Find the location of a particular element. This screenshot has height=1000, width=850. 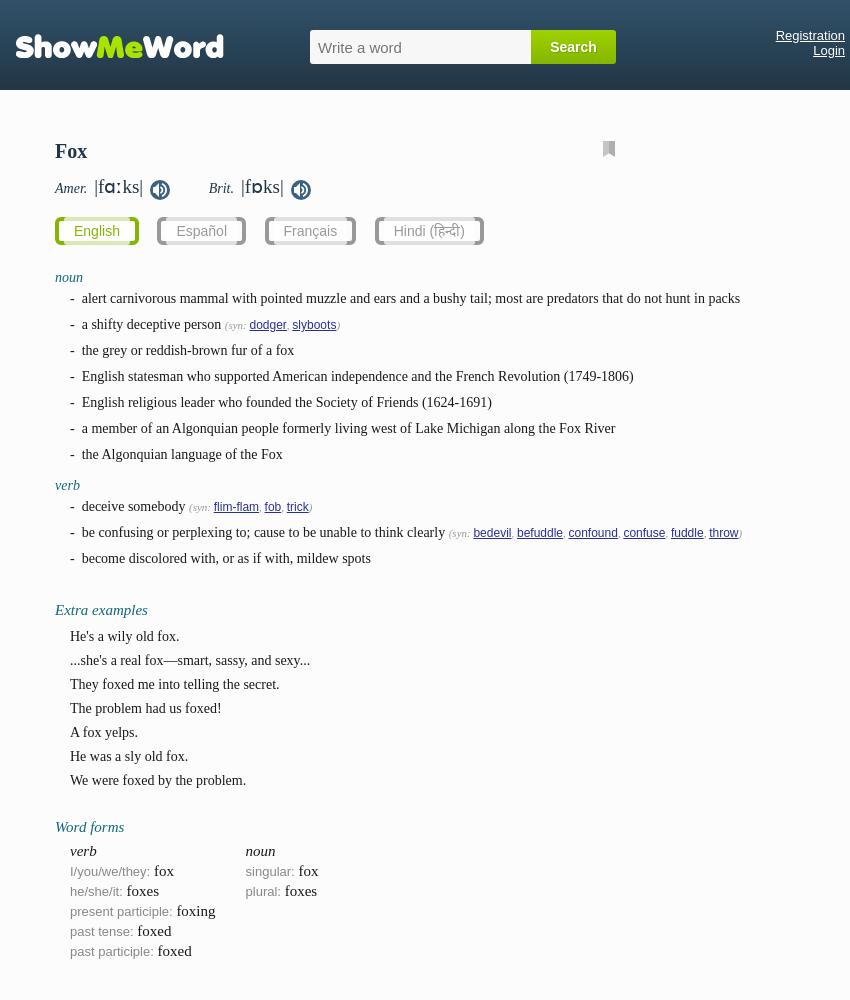

'singular:' is located at coordinates (268, 870).